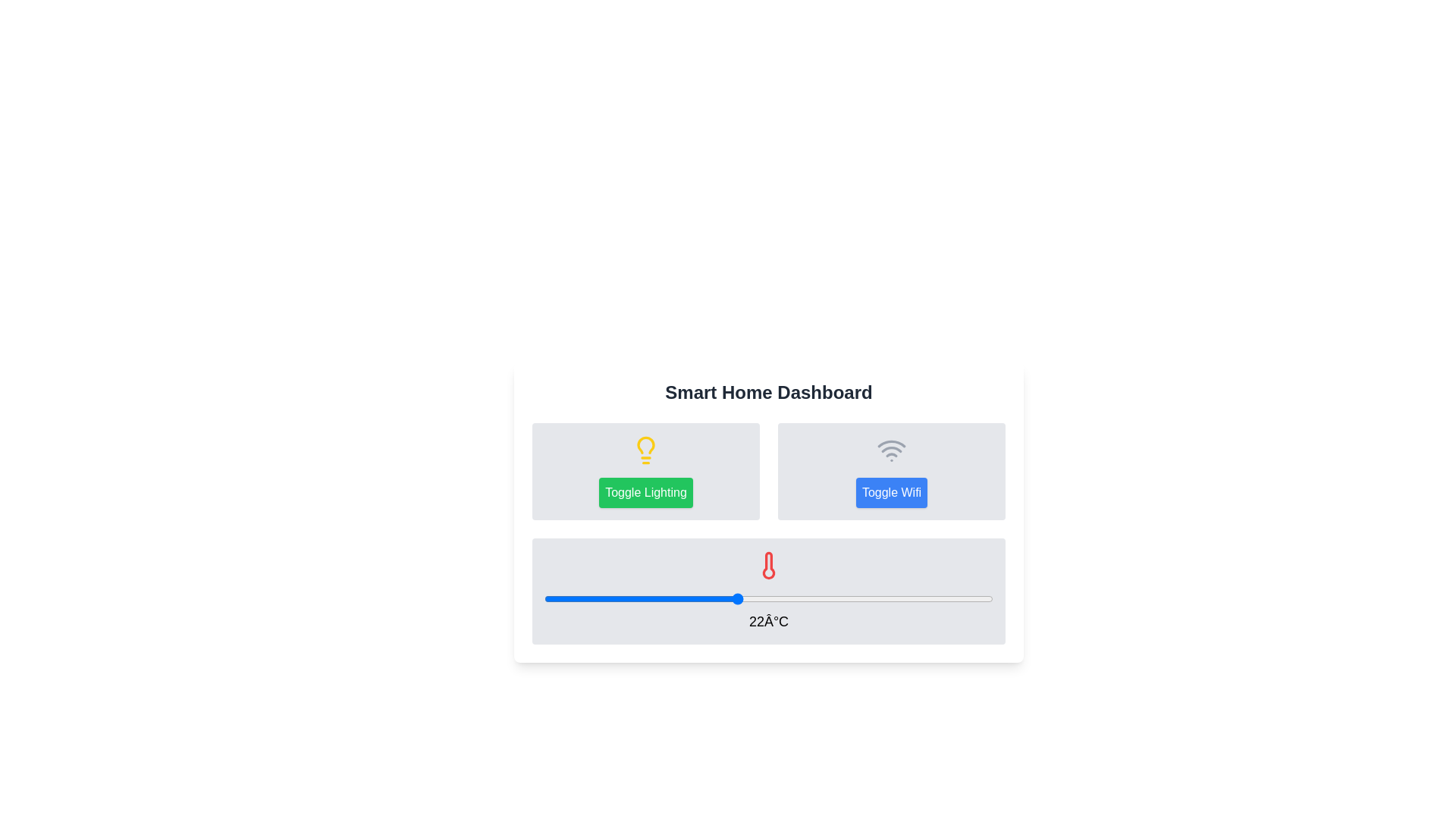  Describe the element at coordinates (768, 565) in the screenshot. I see `the red-colored thermometer icon, which has a bulb-like shape at the bottom and is located just above the slider bar and temperature text reading '22°C'` at that location.